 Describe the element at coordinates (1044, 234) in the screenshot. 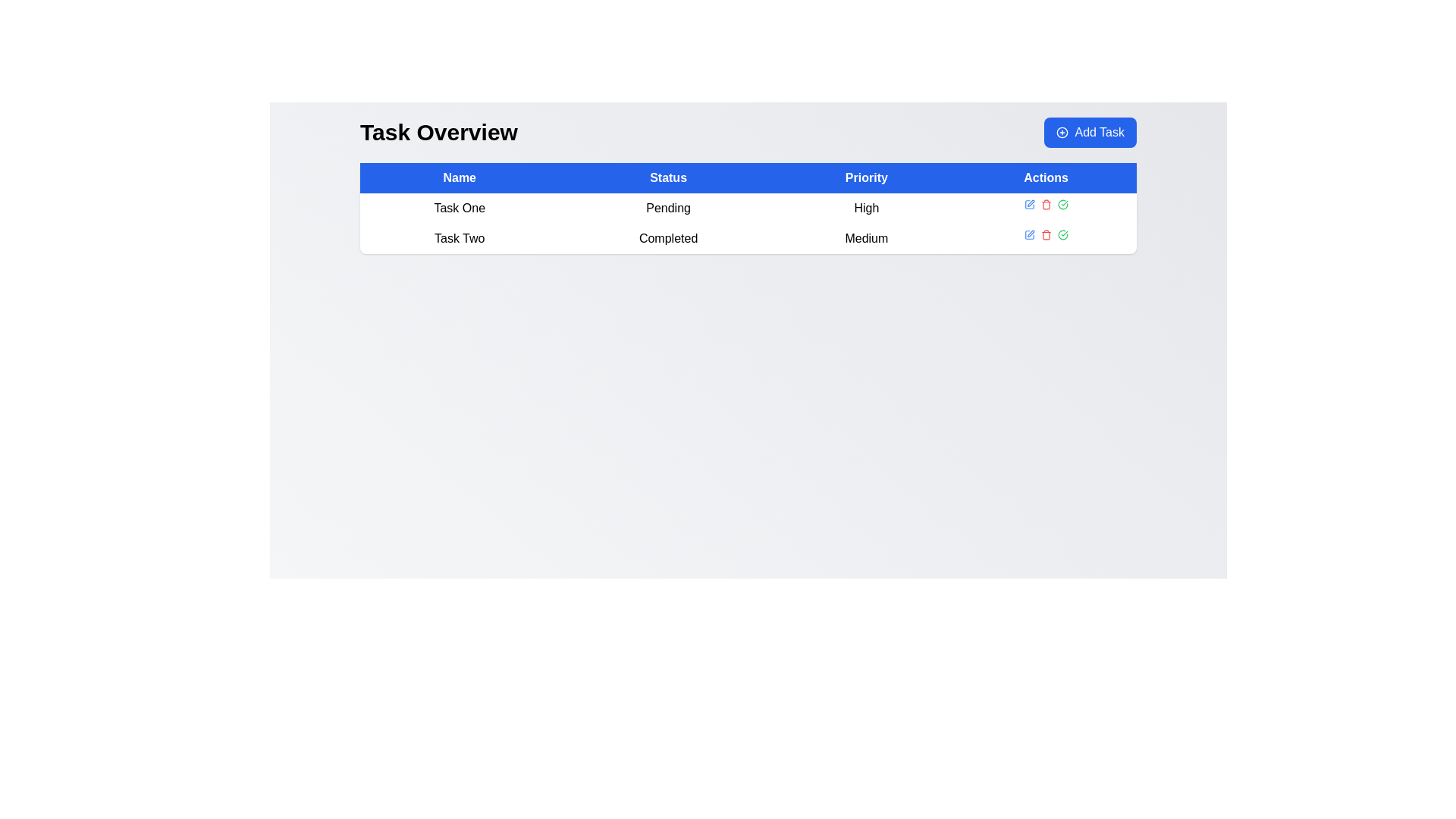

I see `the Icon group` at that location.